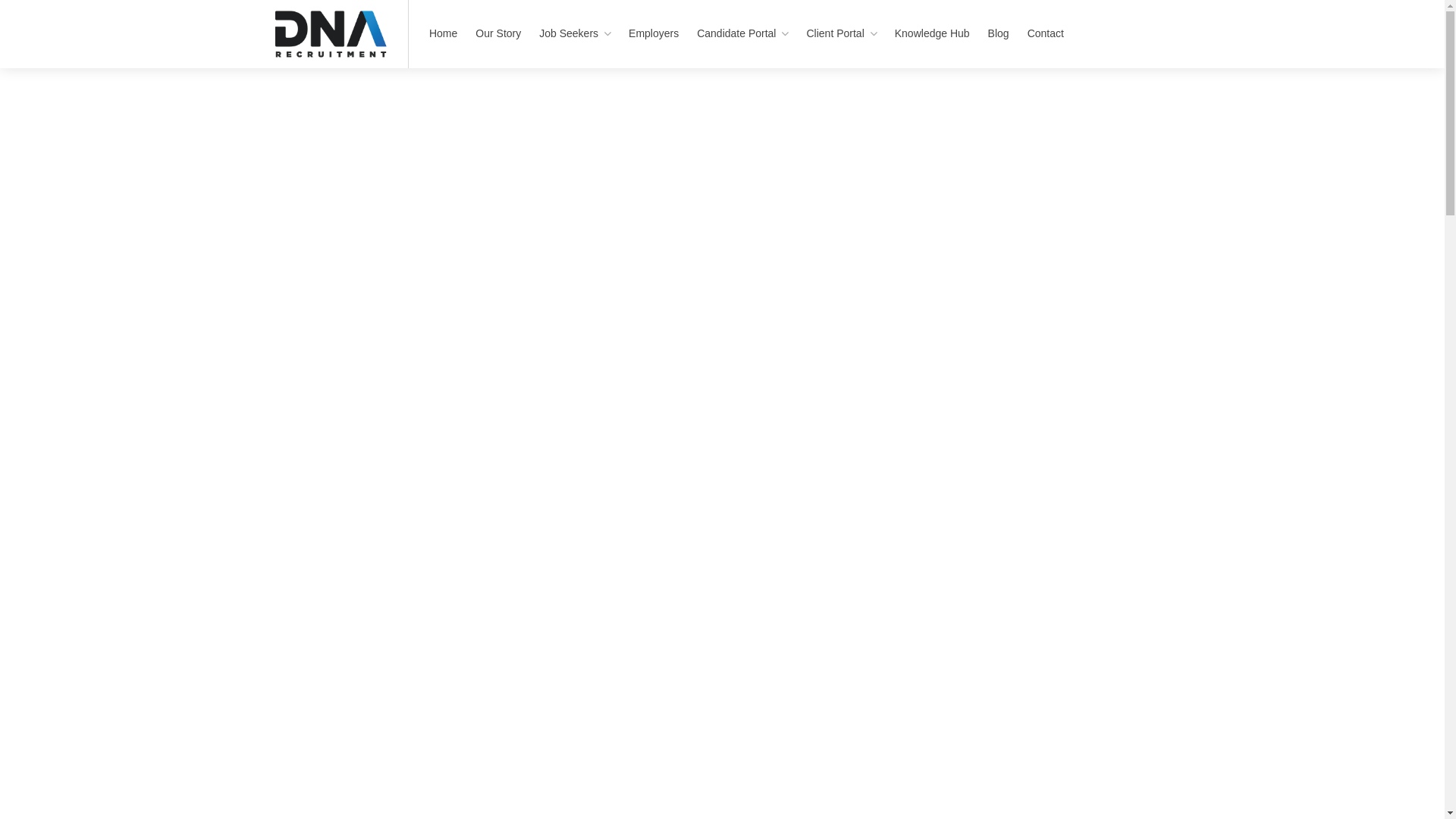  Describe the element at coordinates (839, 33) in the screenshot. I see `'Client Portal'` at that location.